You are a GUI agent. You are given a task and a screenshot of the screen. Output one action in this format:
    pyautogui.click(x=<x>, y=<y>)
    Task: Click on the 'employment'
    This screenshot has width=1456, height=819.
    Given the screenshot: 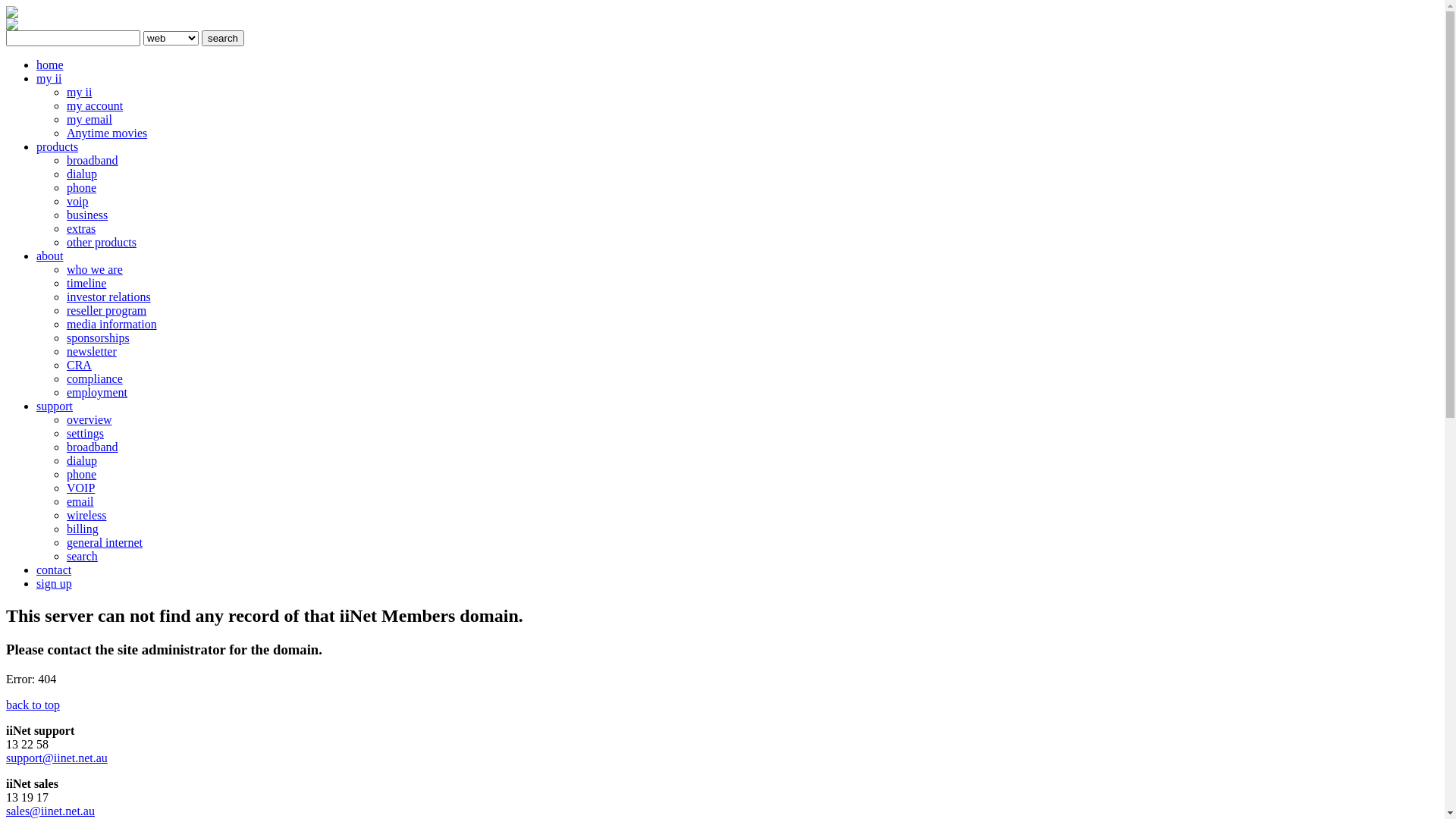 What is the action you would take?
    pyautogui.click(x=65, y=391)
    